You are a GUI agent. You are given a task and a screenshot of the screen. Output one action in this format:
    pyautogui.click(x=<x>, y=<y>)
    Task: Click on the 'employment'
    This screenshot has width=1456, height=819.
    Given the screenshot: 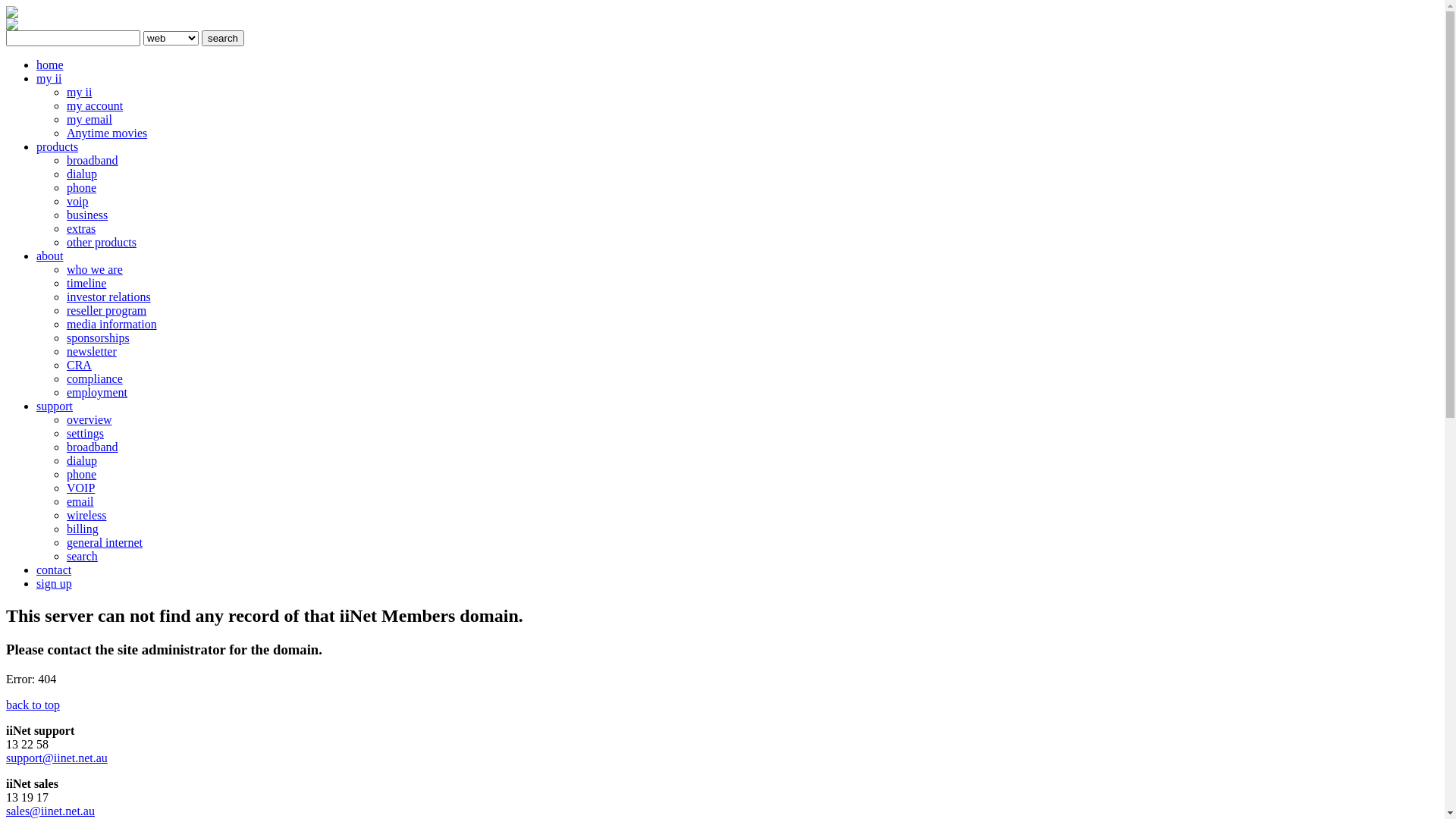 What is the action you would take?
    pyautogui.click(x=65, y=391)
    